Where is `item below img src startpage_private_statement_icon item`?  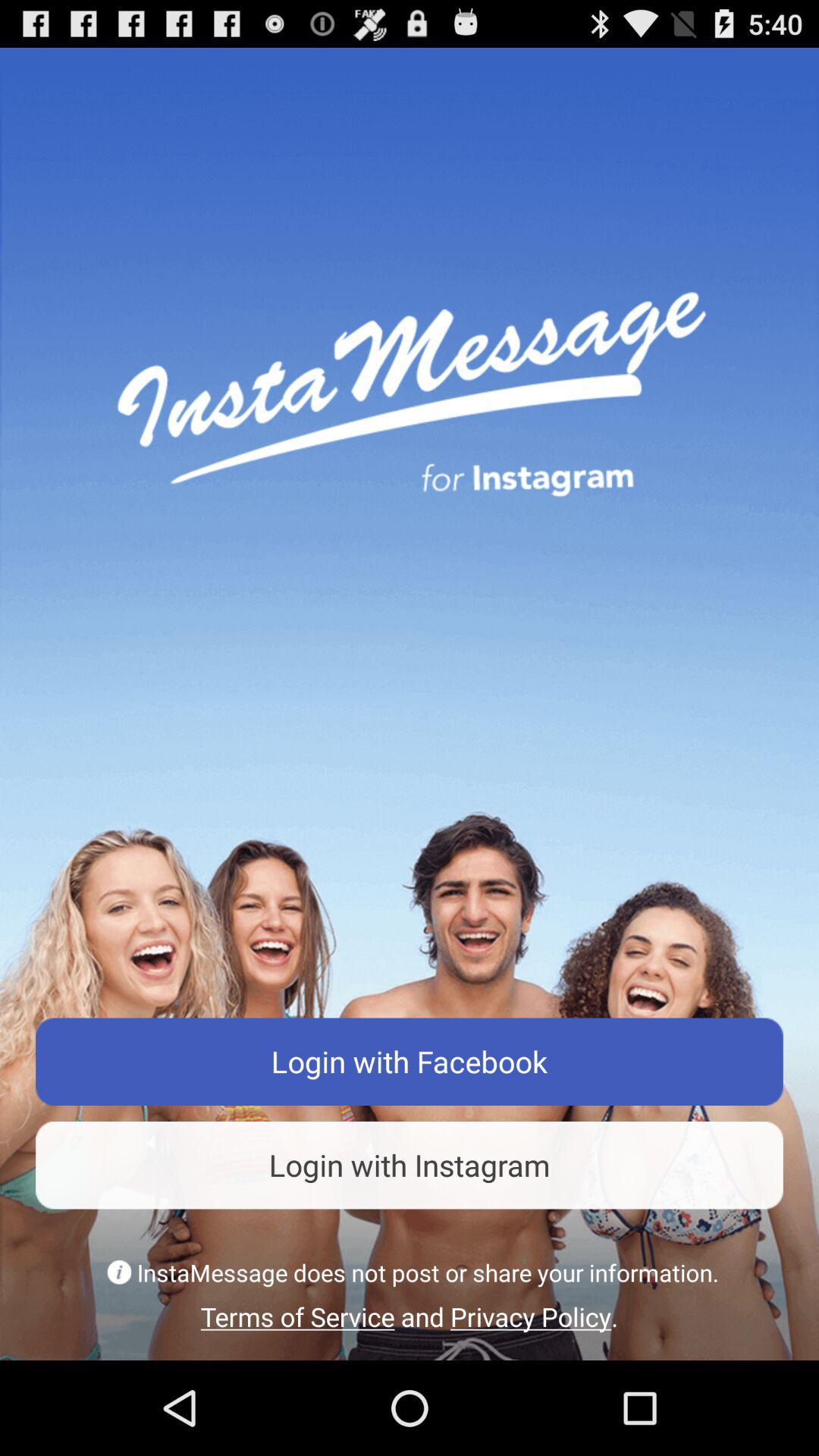 item below img src startpage_private_statement_icon item is located at coordinates (409, 1316).